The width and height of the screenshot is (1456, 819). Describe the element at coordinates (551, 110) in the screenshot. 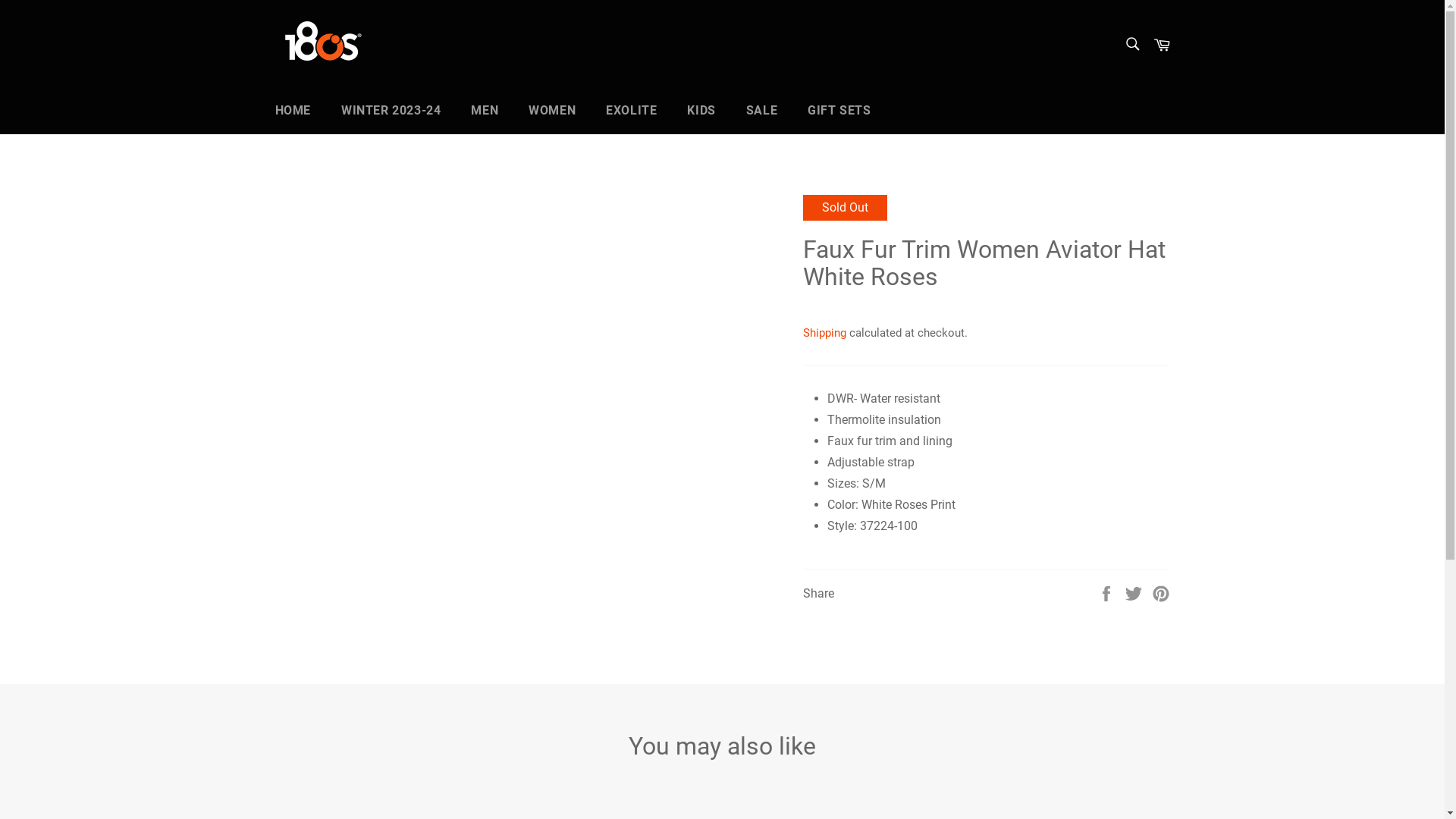

I see `'WOMEN'` at that location.